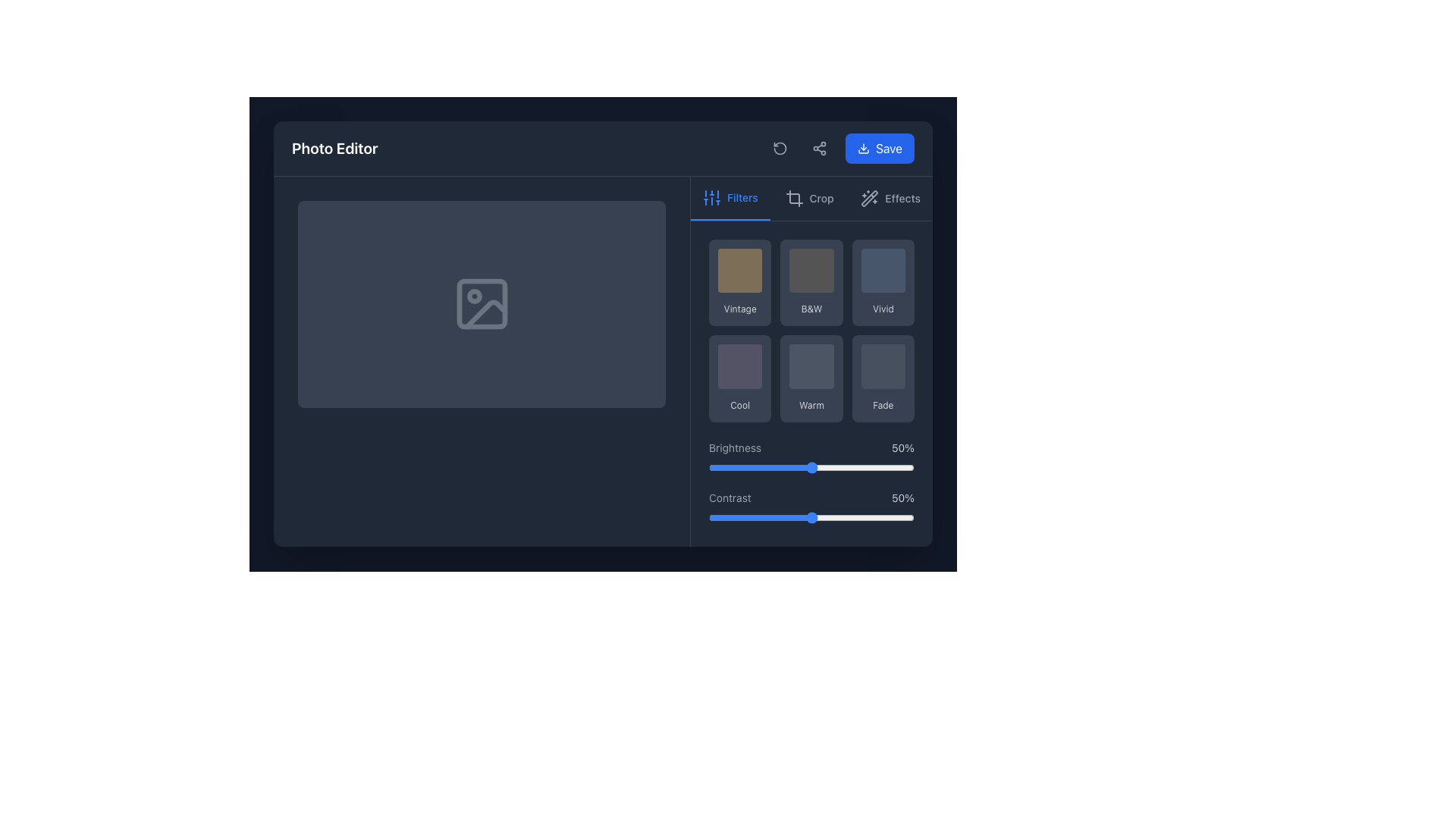 The image size is (1456, 819). Describe the element at coordinates (711, 197) in the screenshot. I see `the vertical sliders icon located in the top-left corner of the settings section, adjacent to the 'Filters' label` at that location.